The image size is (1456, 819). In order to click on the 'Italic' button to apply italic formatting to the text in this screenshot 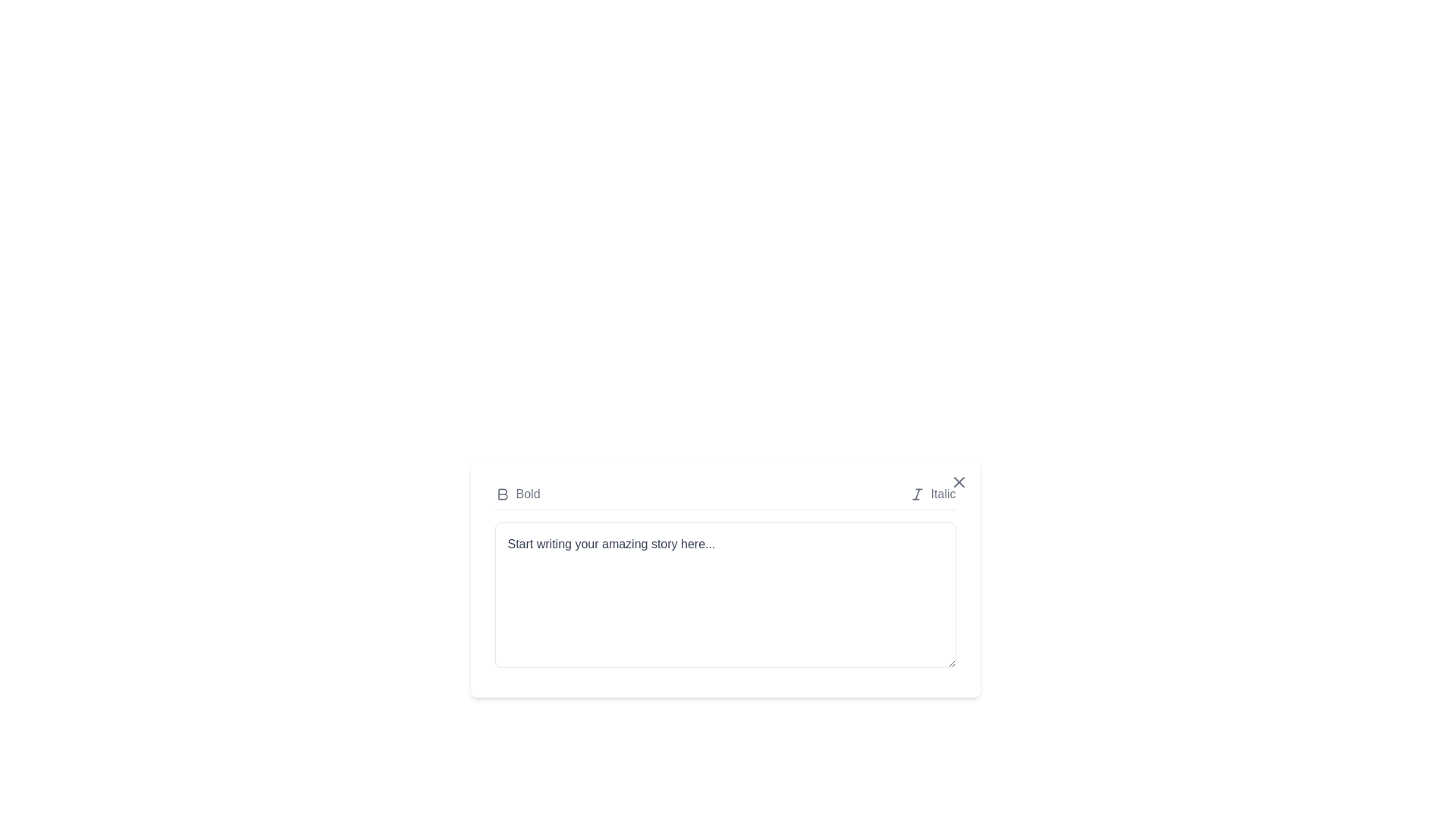, I will do `click(931, 494)`.